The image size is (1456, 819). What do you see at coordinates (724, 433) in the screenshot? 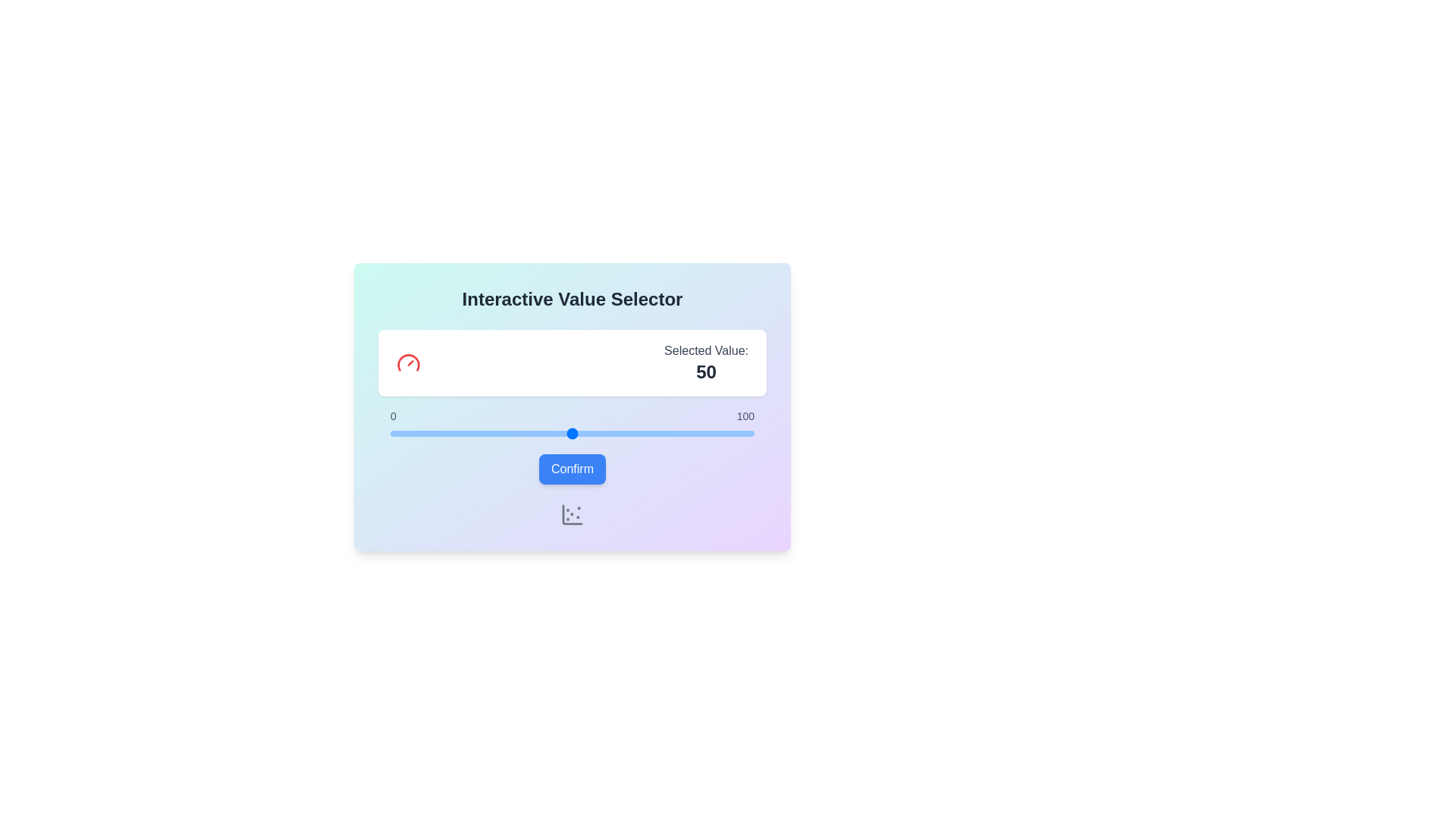
I see `the slider to set the value to 92` at bounding box center [724, 433].